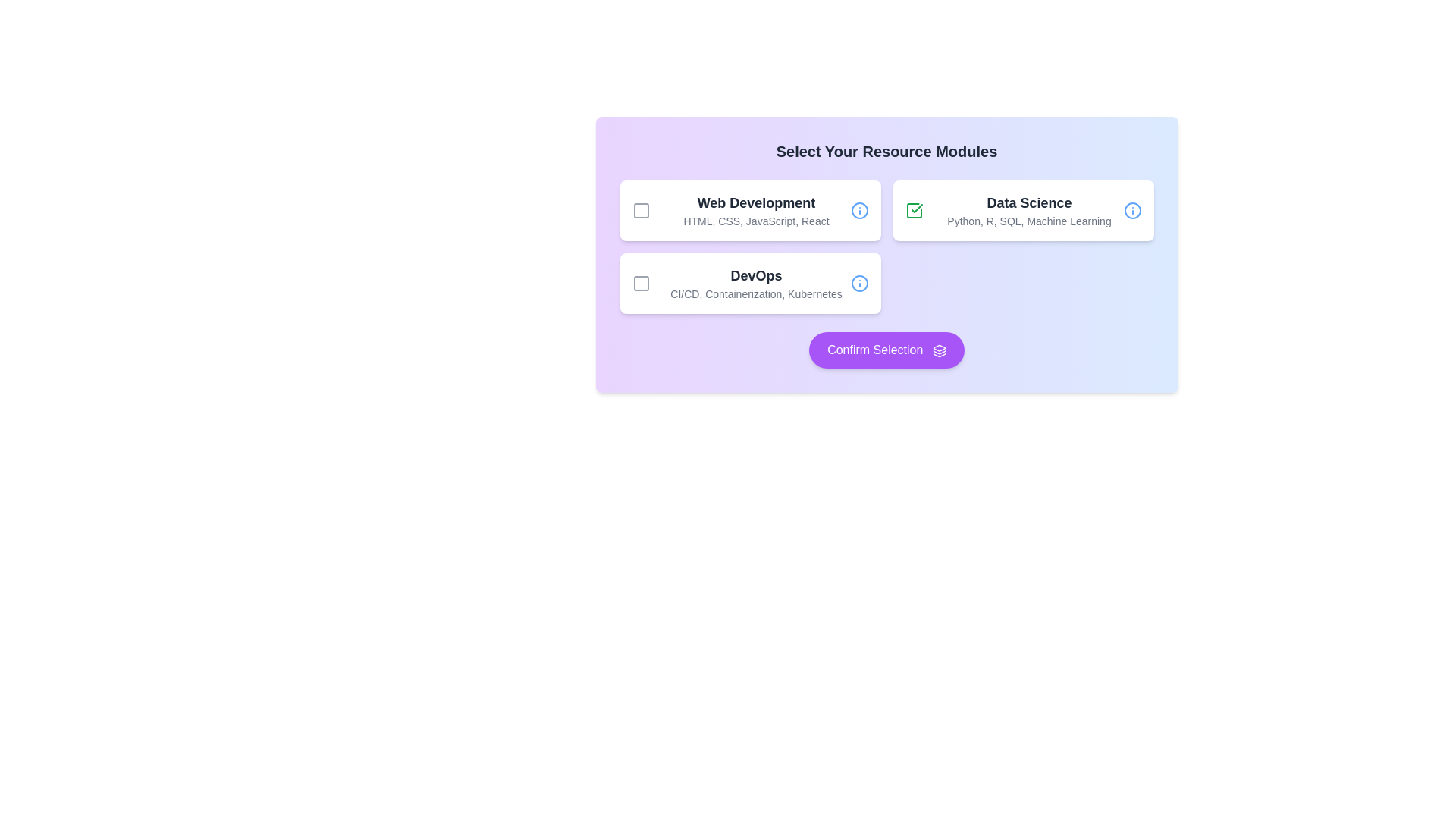 This screenshot has width=1456, height=819. I want to click on the Checkbox-indicator component within the 'DevOps, CI/CD, Containerization, Kubernetes' box, so click(641, 284).